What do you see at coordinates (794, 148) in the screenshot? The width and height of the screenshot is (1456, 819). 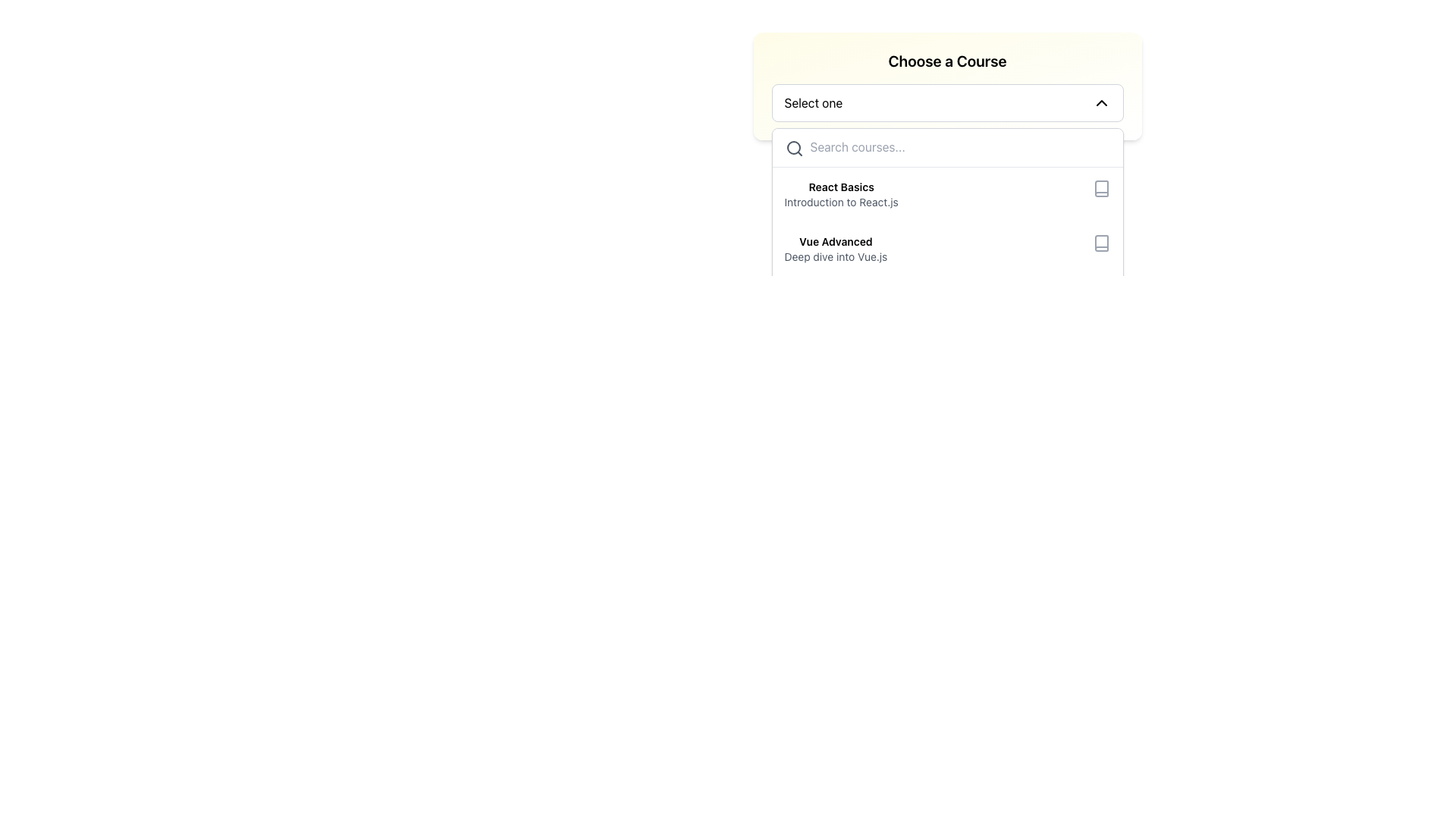 I see `the magnifying glass icon, which has a circular outline and a handle, positioned to the left of the search input field with the placeholder 'Search courses...'` at bounding box center [794, 148].